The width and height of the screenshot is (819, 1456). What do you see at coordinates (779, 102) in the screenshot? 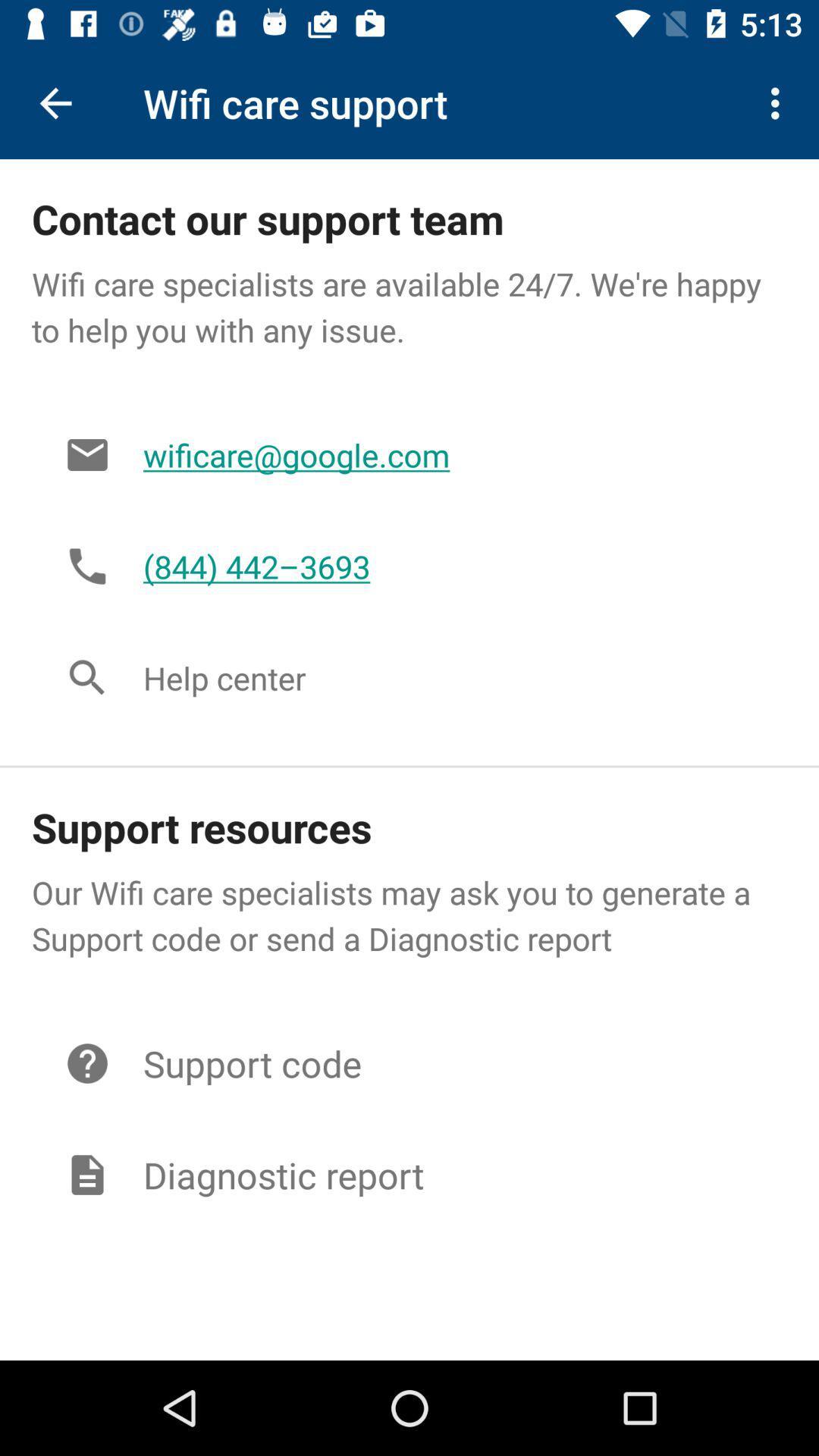
I see `item next to wifi care support item` at bounding box center [779, 102].